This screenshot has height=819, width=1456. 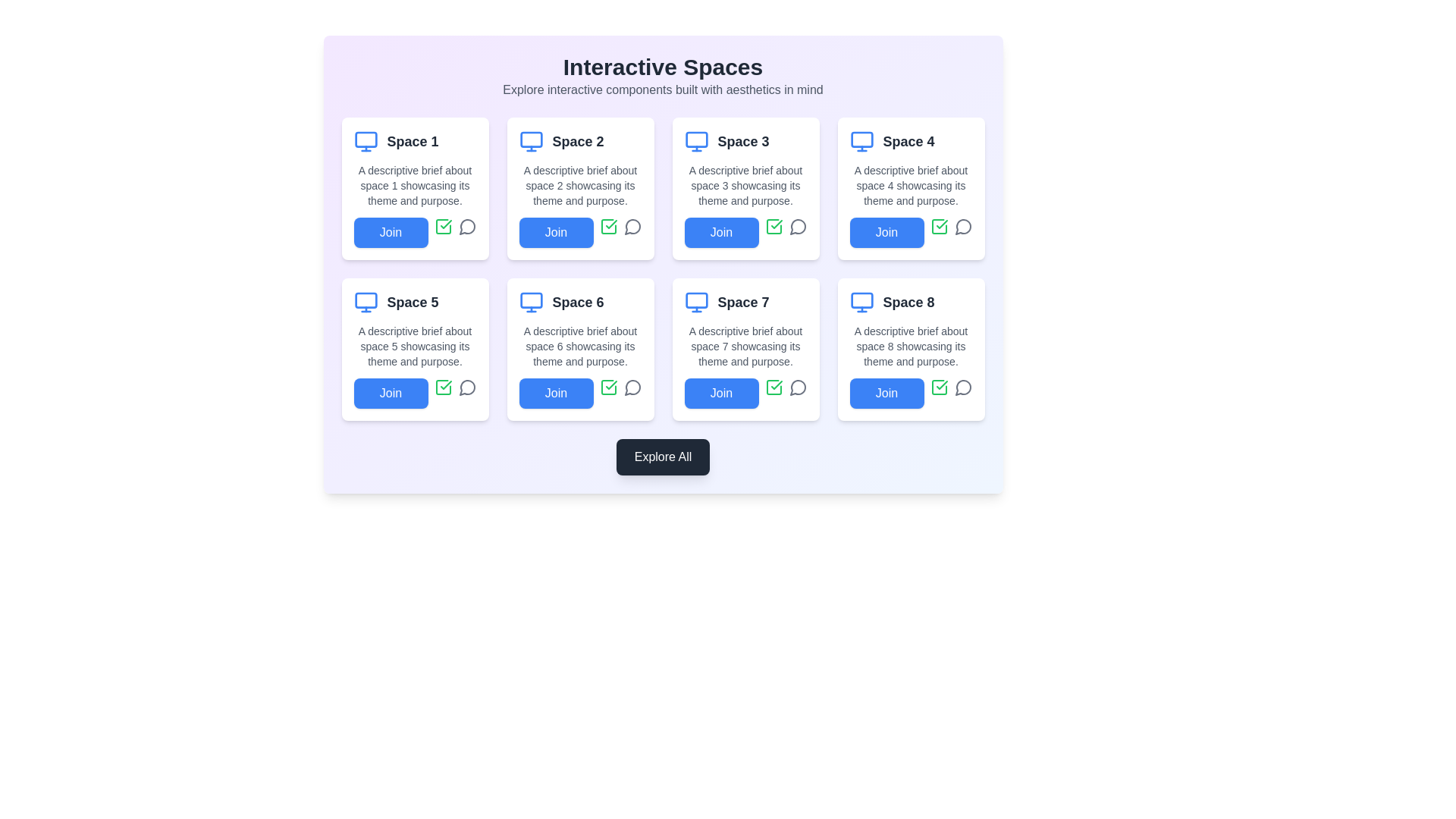 What do you see at coordinates (745, 393) in the screenshot?
I see `the blue 'Join' button located in the bottom section of the 'Space 7' card` at bounding box center [745, 393].